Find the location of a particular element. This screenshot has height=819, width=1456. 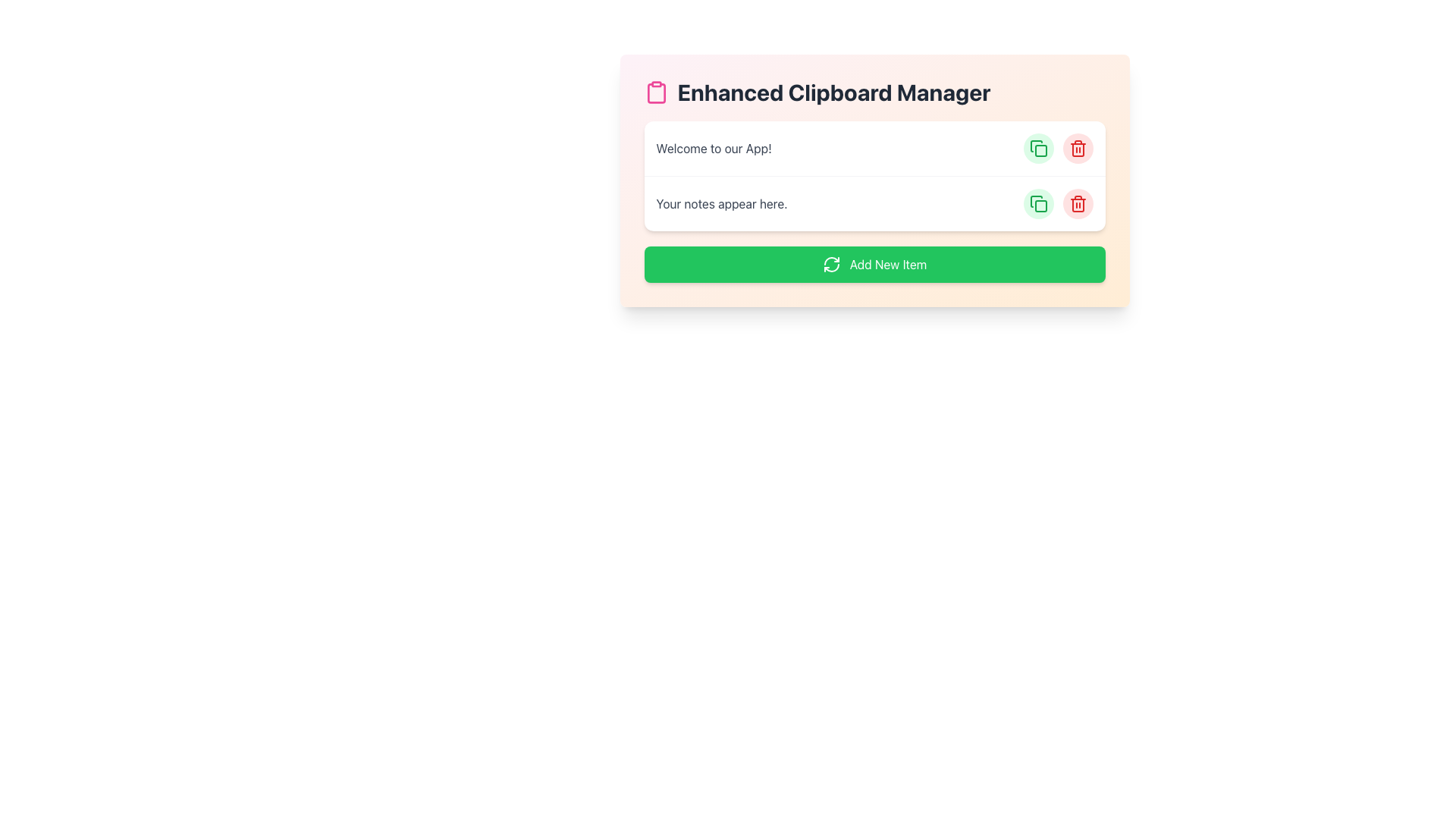

the composite UI element containing the green copy icon and the red delete icon, located to the right of the note text 'Your notes appear here.' is located at coordinates (1057, 203).